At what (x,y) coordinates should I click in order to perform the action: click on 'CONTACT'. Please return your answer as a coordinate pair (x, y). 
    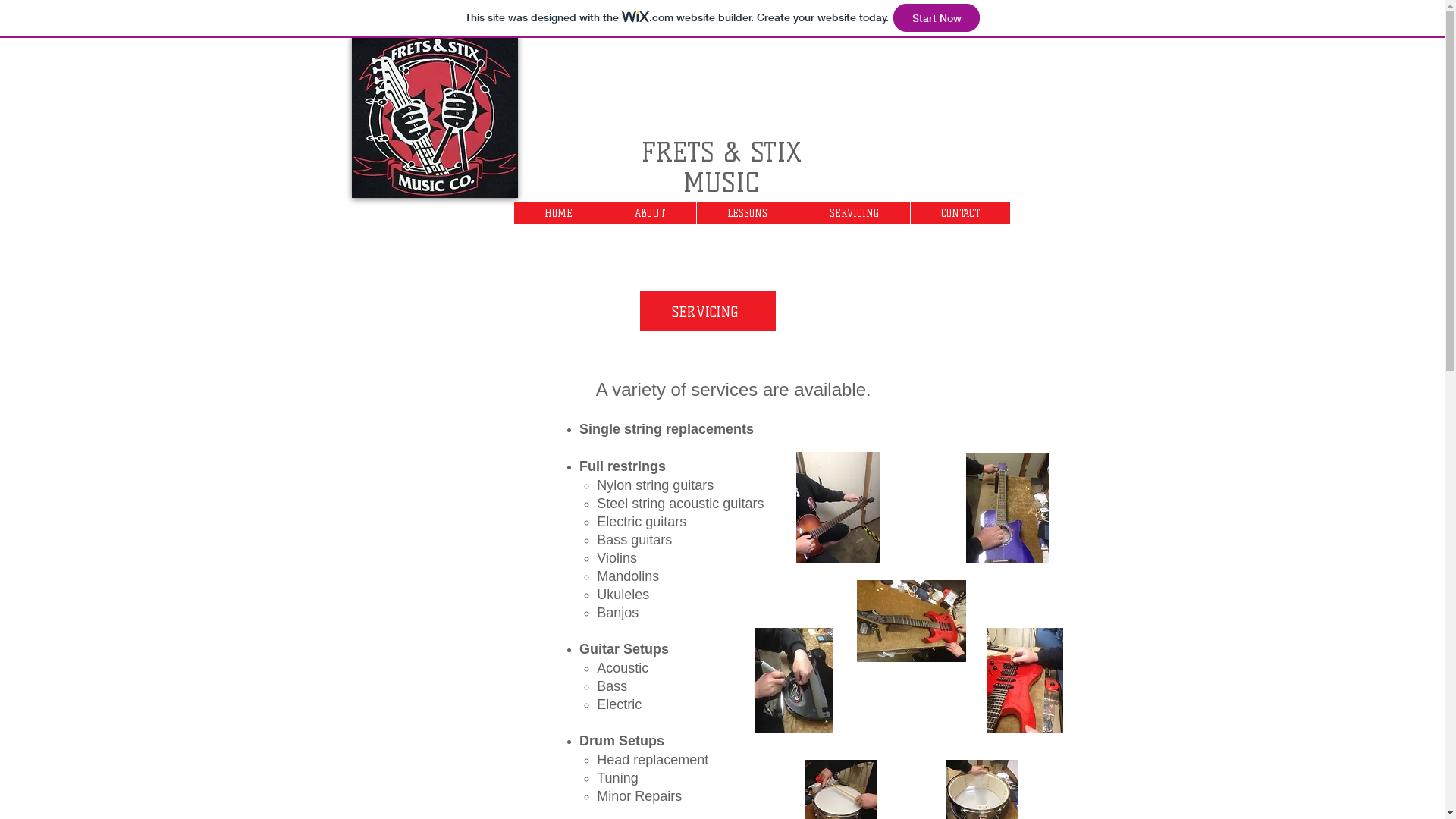
    Looking at the image, I should click on (959, 213).